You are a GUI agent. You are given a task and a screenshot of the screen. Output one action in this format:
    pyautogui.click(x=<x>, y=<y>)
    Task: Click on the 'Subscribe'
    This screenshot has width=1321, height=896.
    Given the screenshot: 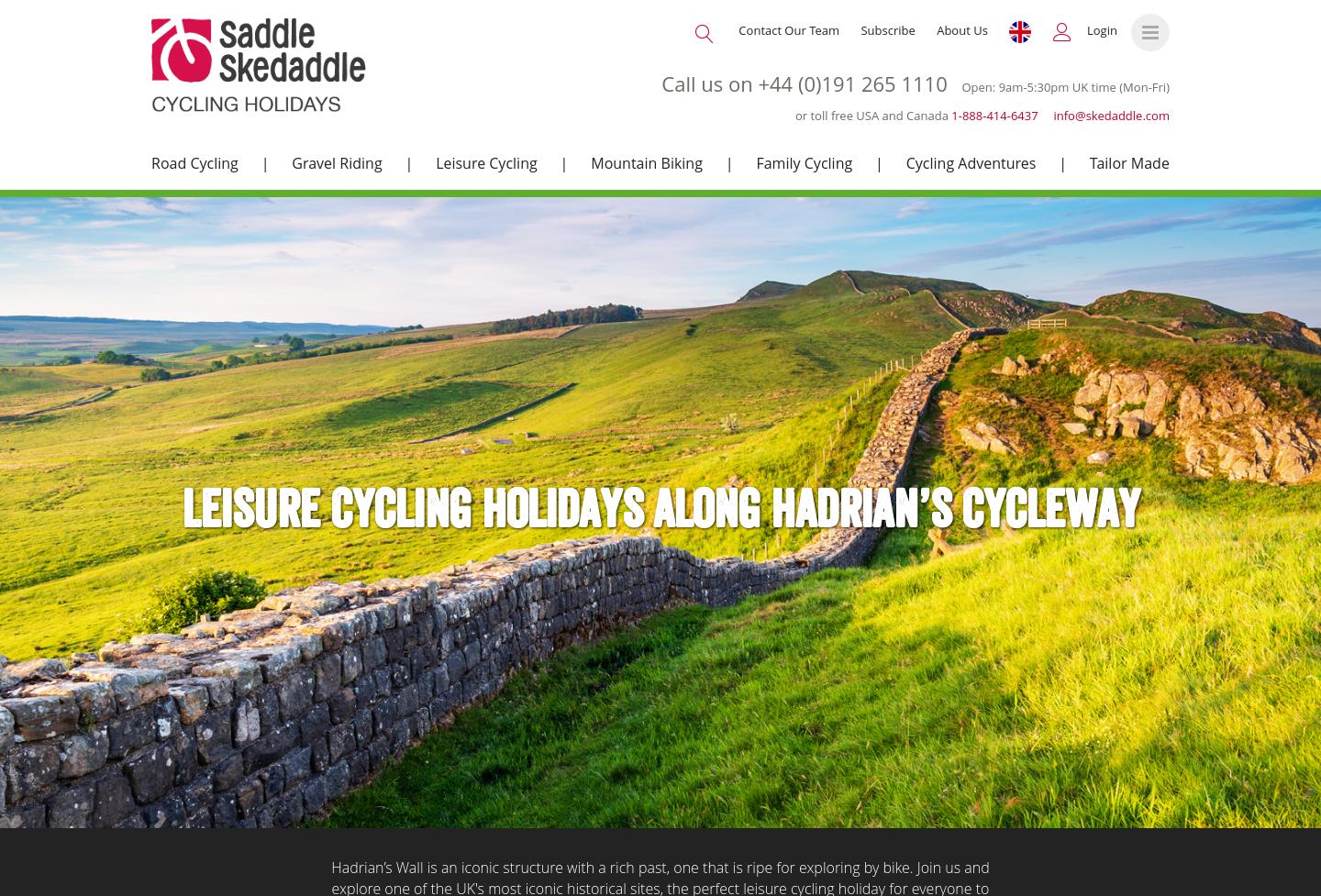 What is the action you would take?
    pyautogui.click(x=886, y=30)
    